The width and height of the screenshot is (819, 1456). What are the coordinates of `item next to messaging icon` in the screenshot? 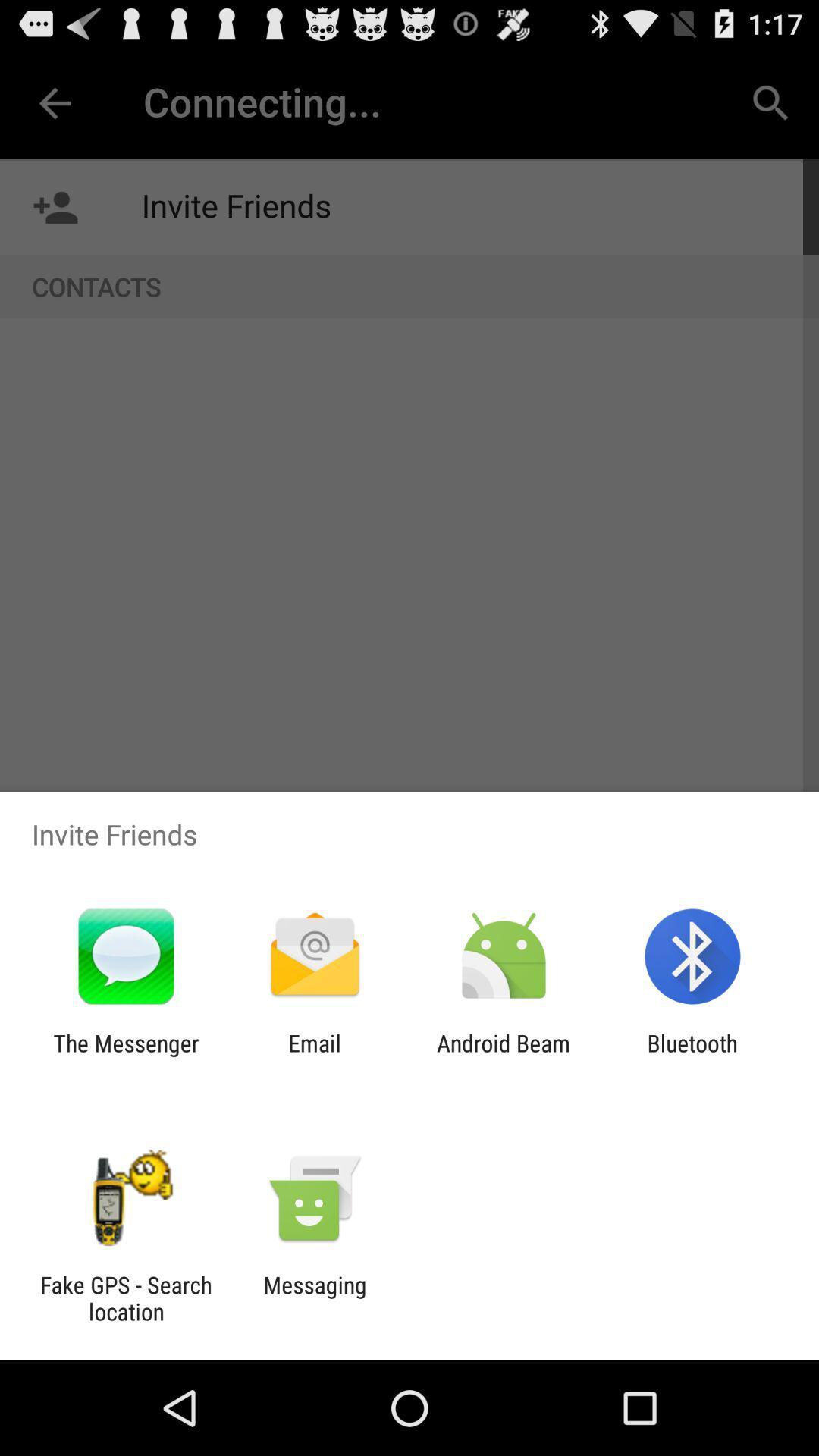 It's located at (125, 1298).